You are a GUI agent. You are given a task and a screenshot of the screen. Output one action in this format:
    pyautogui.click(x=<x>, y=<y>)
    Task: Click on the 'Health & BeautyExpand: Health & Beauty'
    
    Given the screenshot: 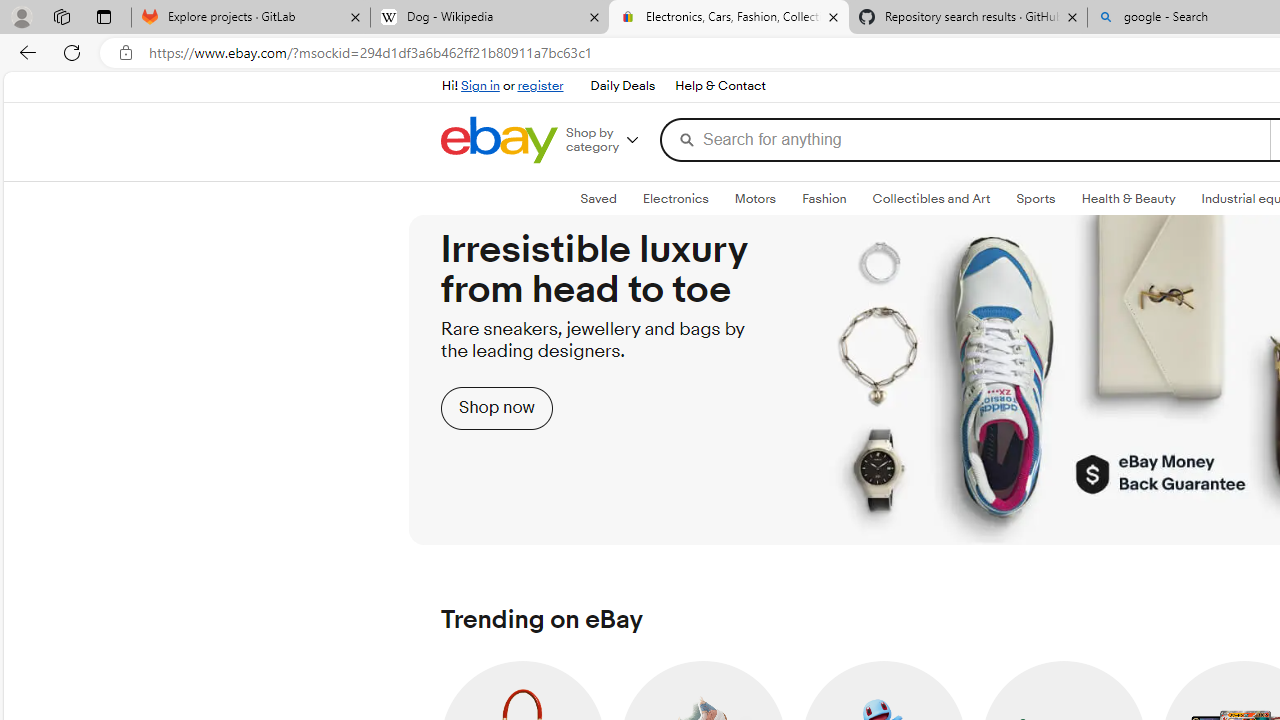 What is the action you would take?
    pyautogui.click(x=1128, y=199)
    